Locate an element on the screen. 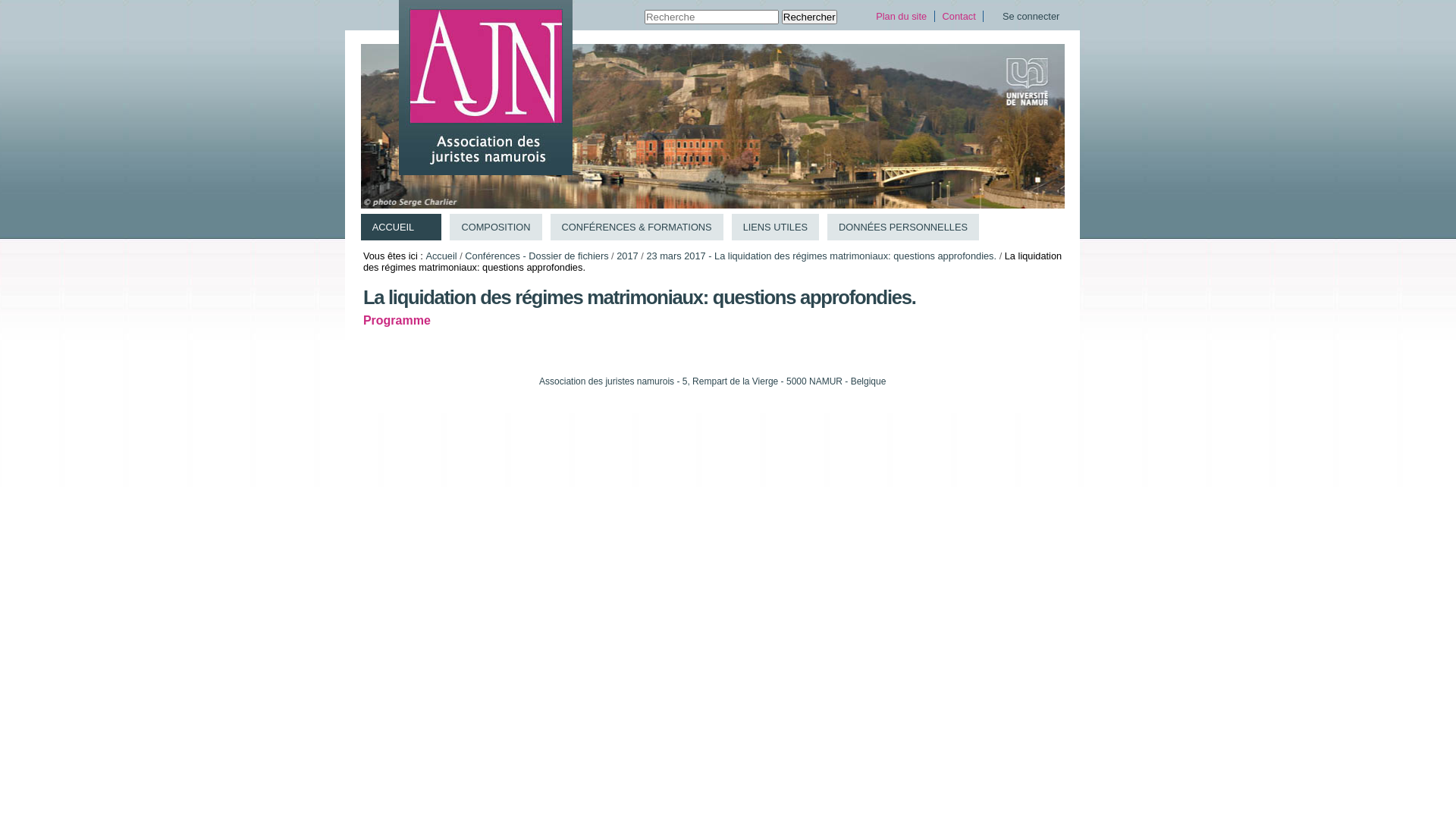 The height and width of the screenshot is (819, 1456). 'Recherche' is located at coordinates (711, 17).